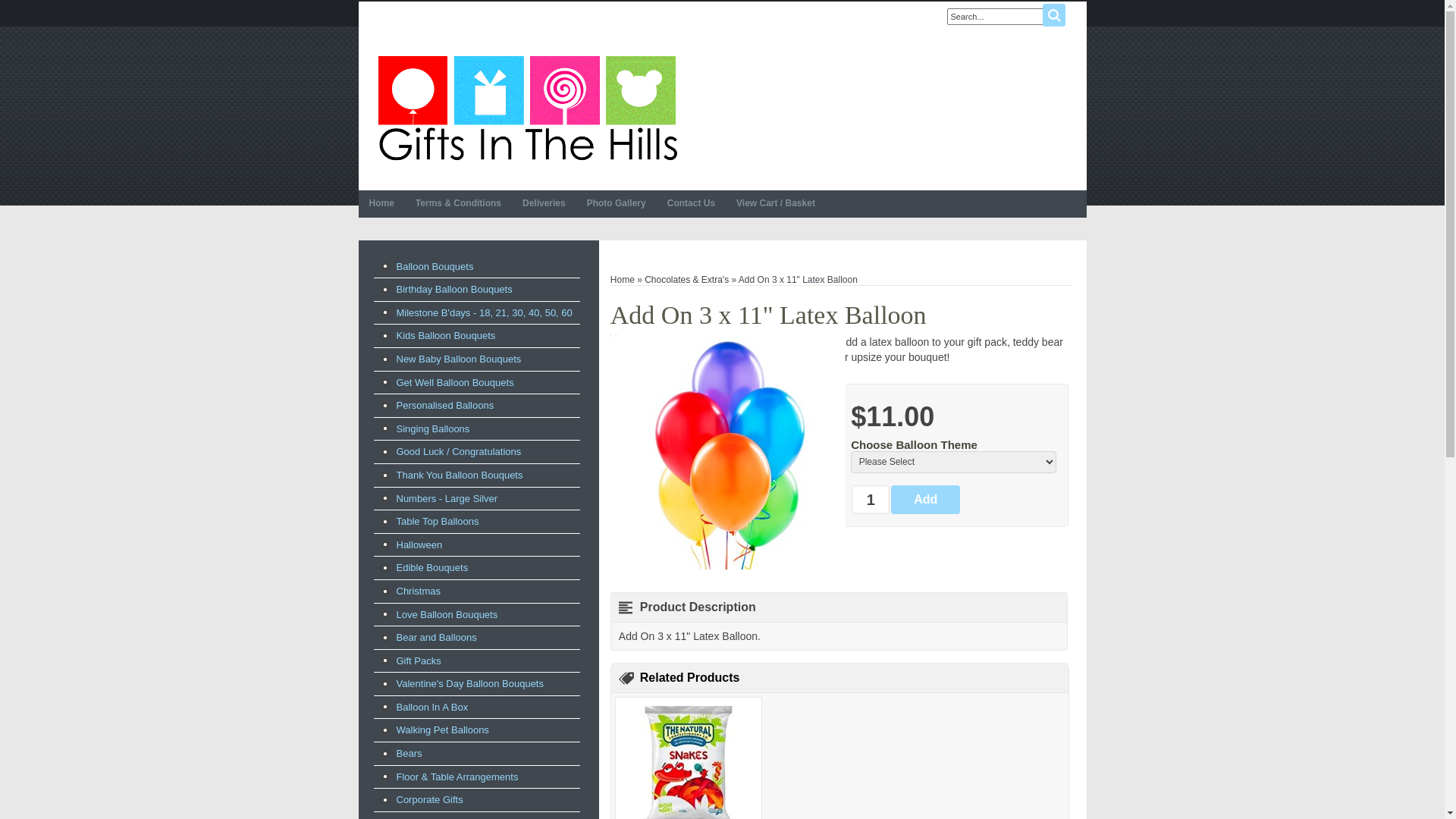  I want to click on 'Terms & Conditions', so click(404, 203).